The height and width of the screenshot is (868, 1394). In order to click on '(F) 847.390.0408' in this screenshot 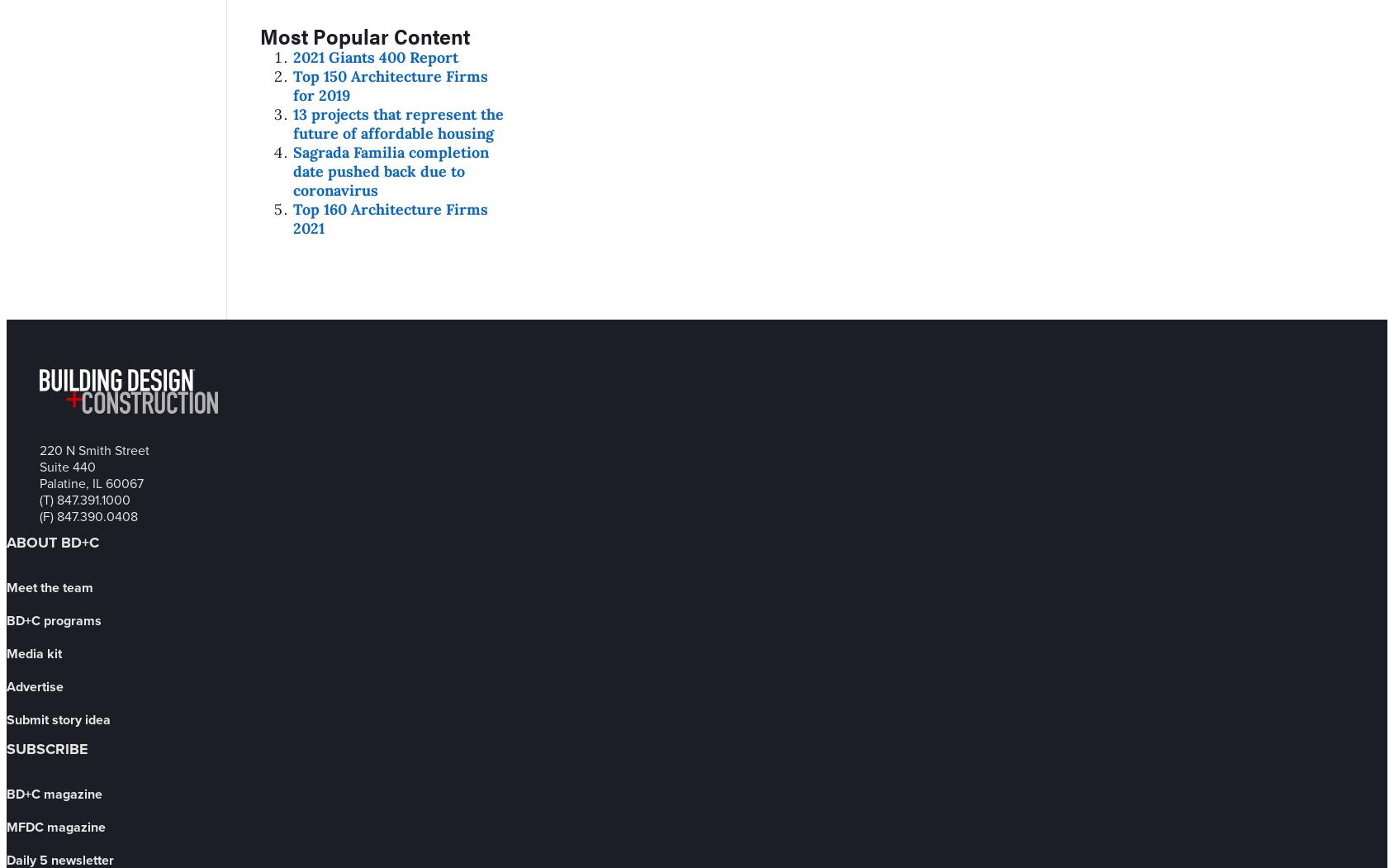, I will do `click(88, 515)`.